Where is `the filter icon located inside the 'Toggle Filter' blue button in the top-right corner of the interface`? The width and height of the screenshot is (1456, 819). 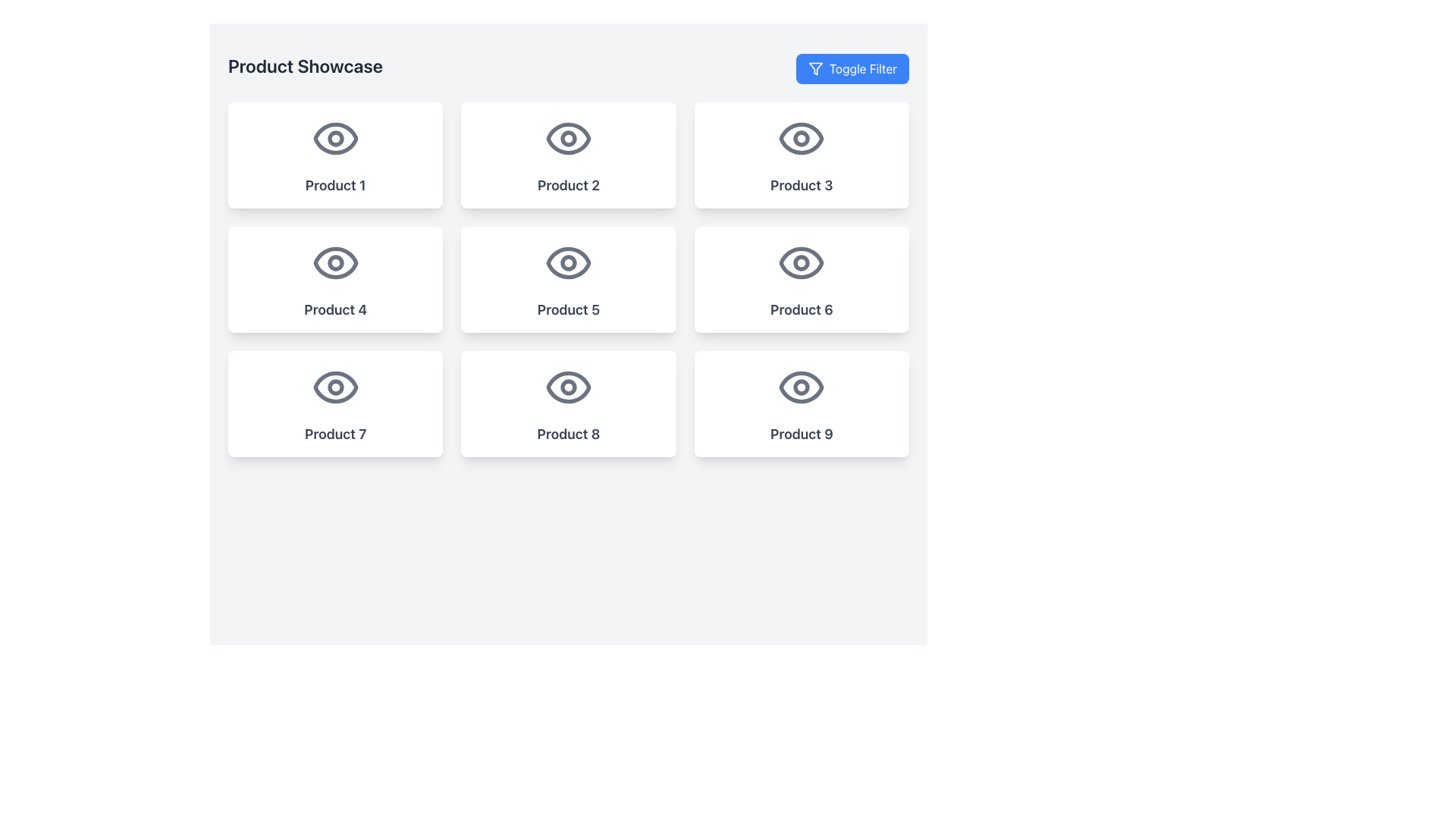 the filter icon located inside the 'Toggle Filter' blue button in the top-right corner of the interface is located at coordinates (814, 69).